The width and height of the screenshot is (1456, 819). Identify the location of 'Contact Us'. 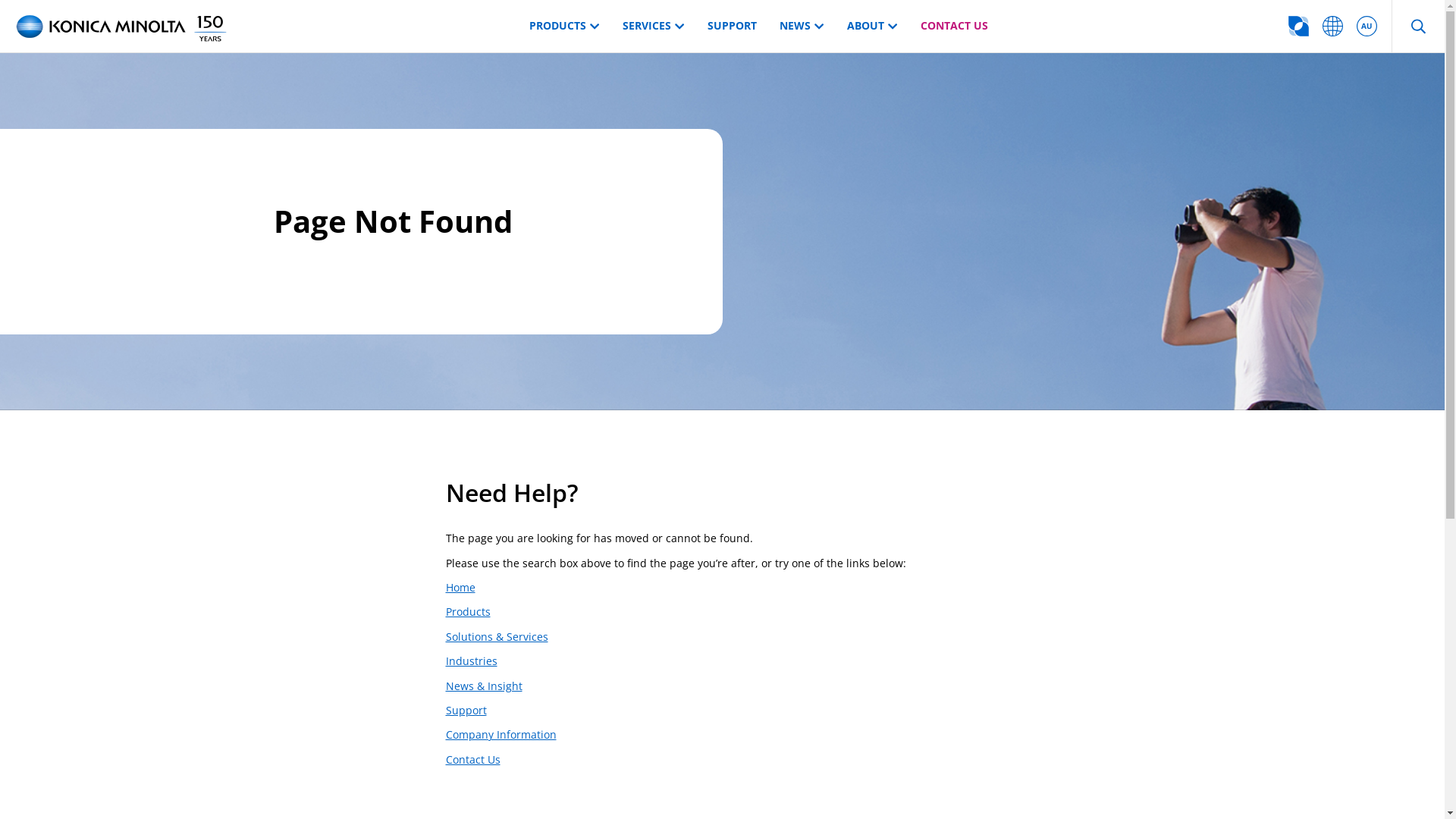
(445, 759).